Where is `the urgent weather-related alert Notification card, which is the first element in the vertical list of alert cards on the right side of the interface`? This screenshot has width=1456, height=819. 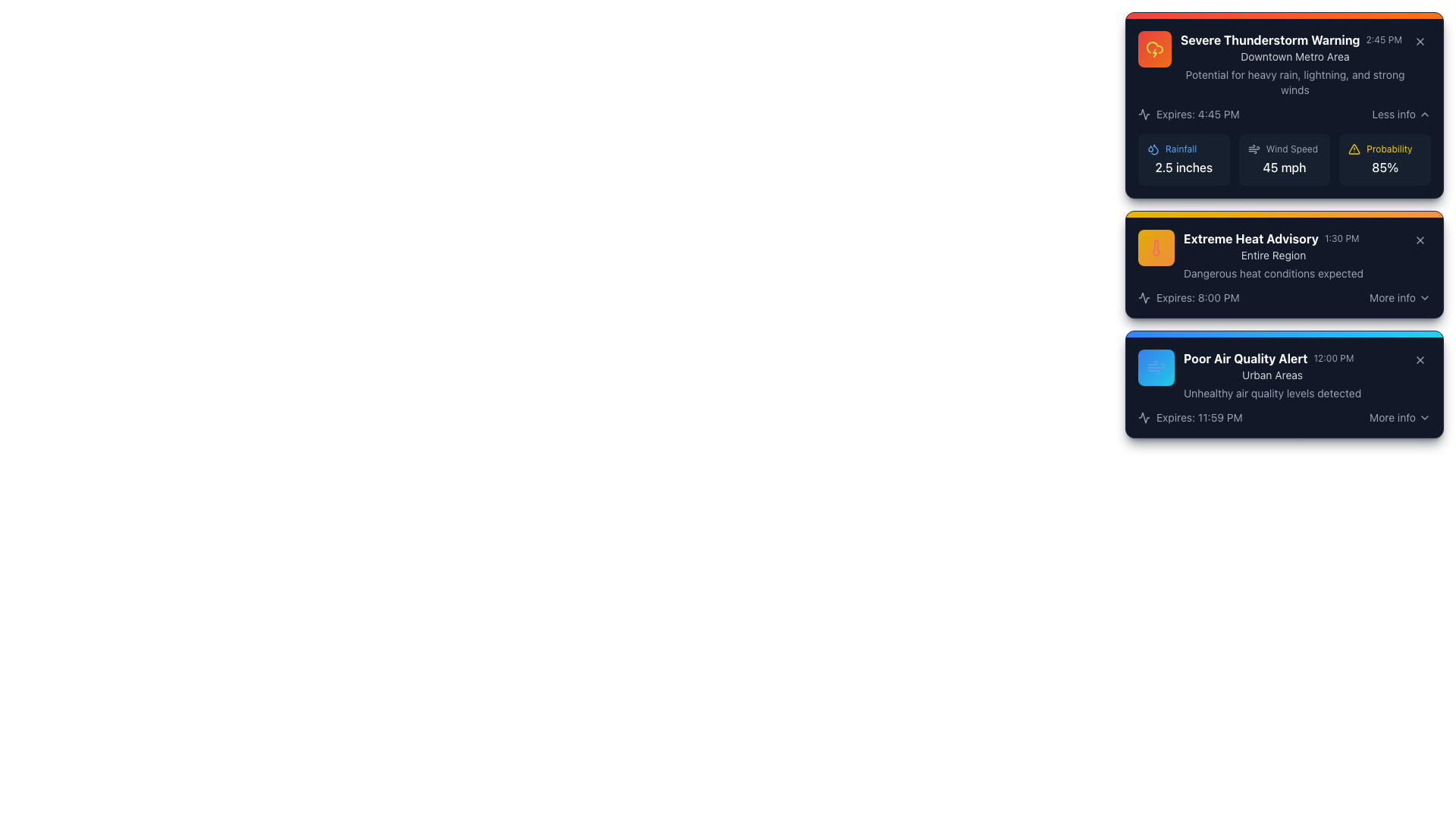 the urgent weather-related alert Notification card, which is the first element in the vertical list of alert cards on the right side of the interface is located at coordinates (1274, 63).